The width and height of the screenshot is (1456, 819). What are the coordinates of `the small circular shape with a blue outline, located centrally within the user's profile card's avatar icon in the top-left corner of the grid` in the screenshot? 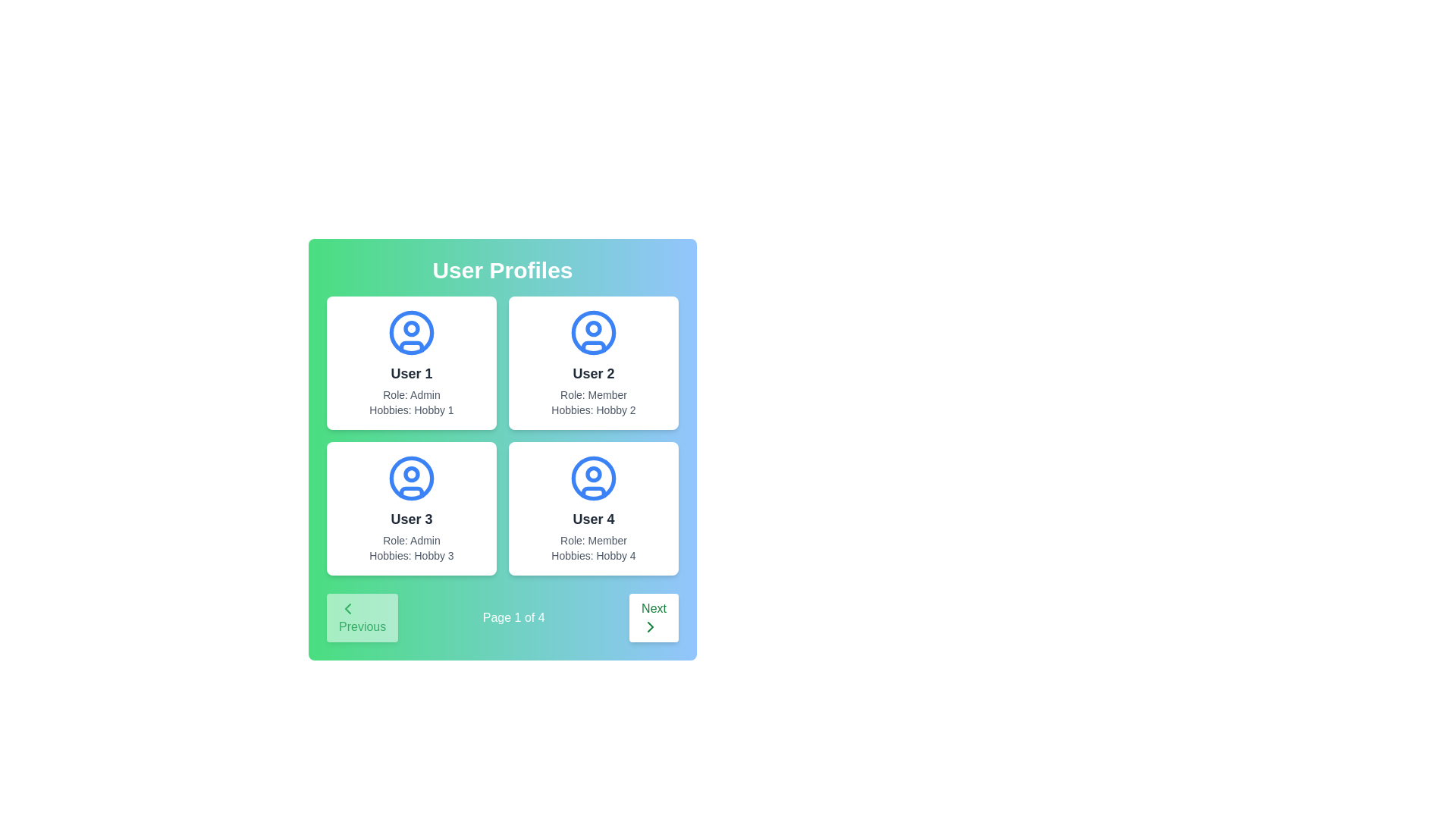 It's located at (411, 327).